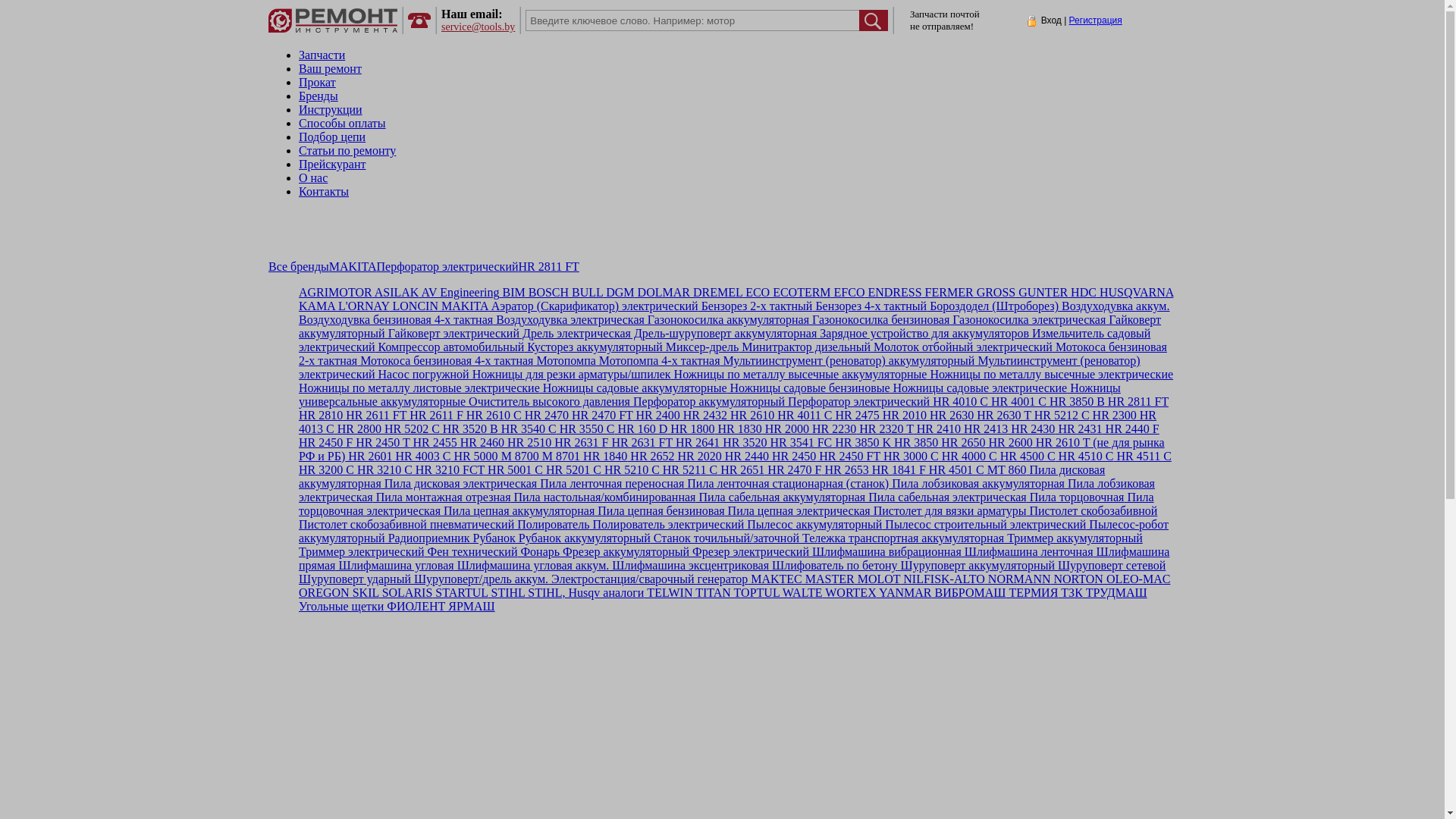 The height and width of the screenshot is (819, 1456). Describe the element at coordinates (1113, 415) in the screenshot. I see `'HR 2300'` at that location.